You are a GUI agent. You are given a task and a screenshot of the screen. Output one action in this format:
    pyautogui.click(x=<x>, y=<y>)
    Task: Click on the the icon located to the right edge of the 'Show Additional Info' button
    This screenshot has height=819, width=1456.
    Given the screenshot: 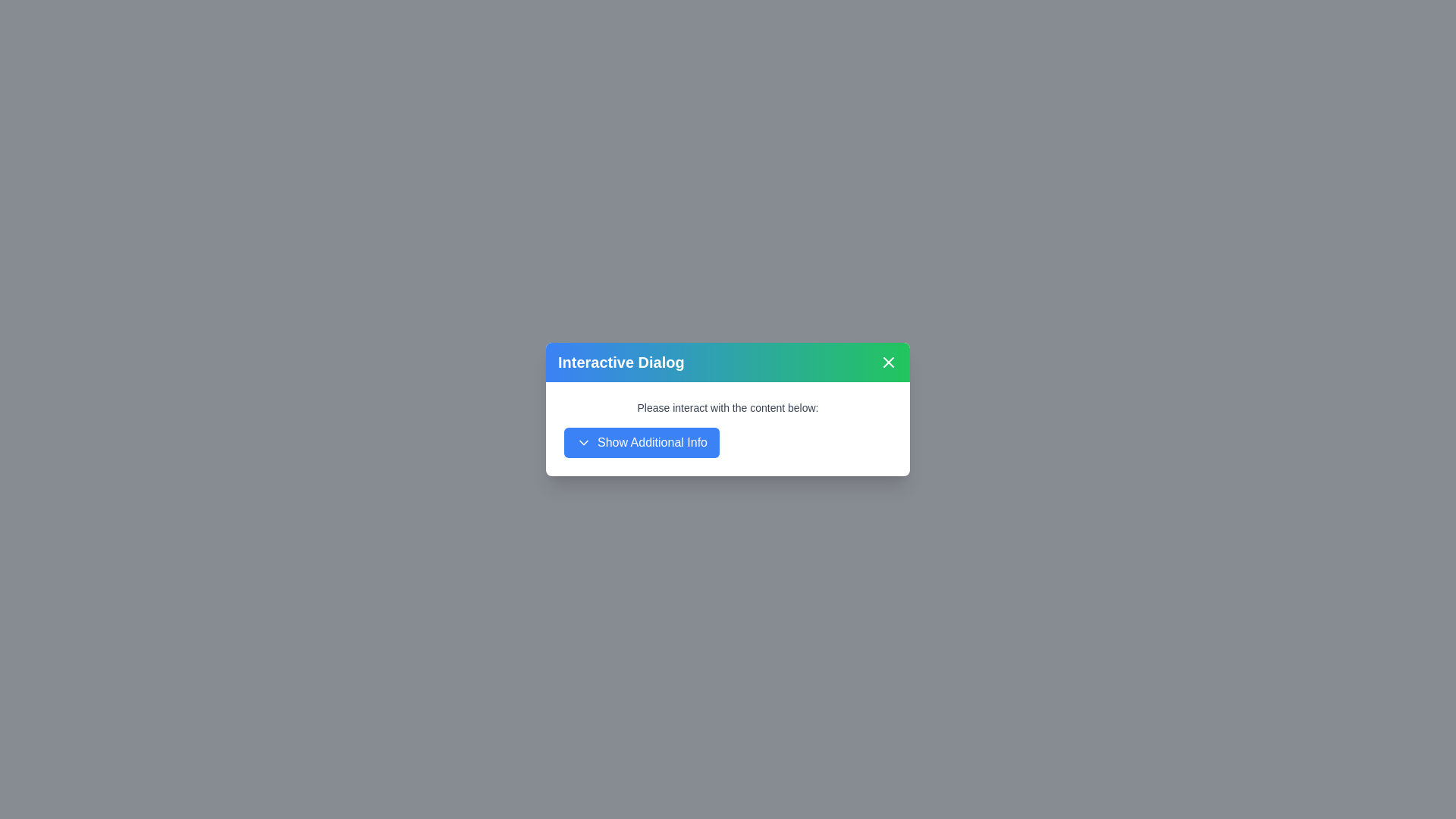 What is the action you would take?
    pyautogui.click(x=582, y=442)
    